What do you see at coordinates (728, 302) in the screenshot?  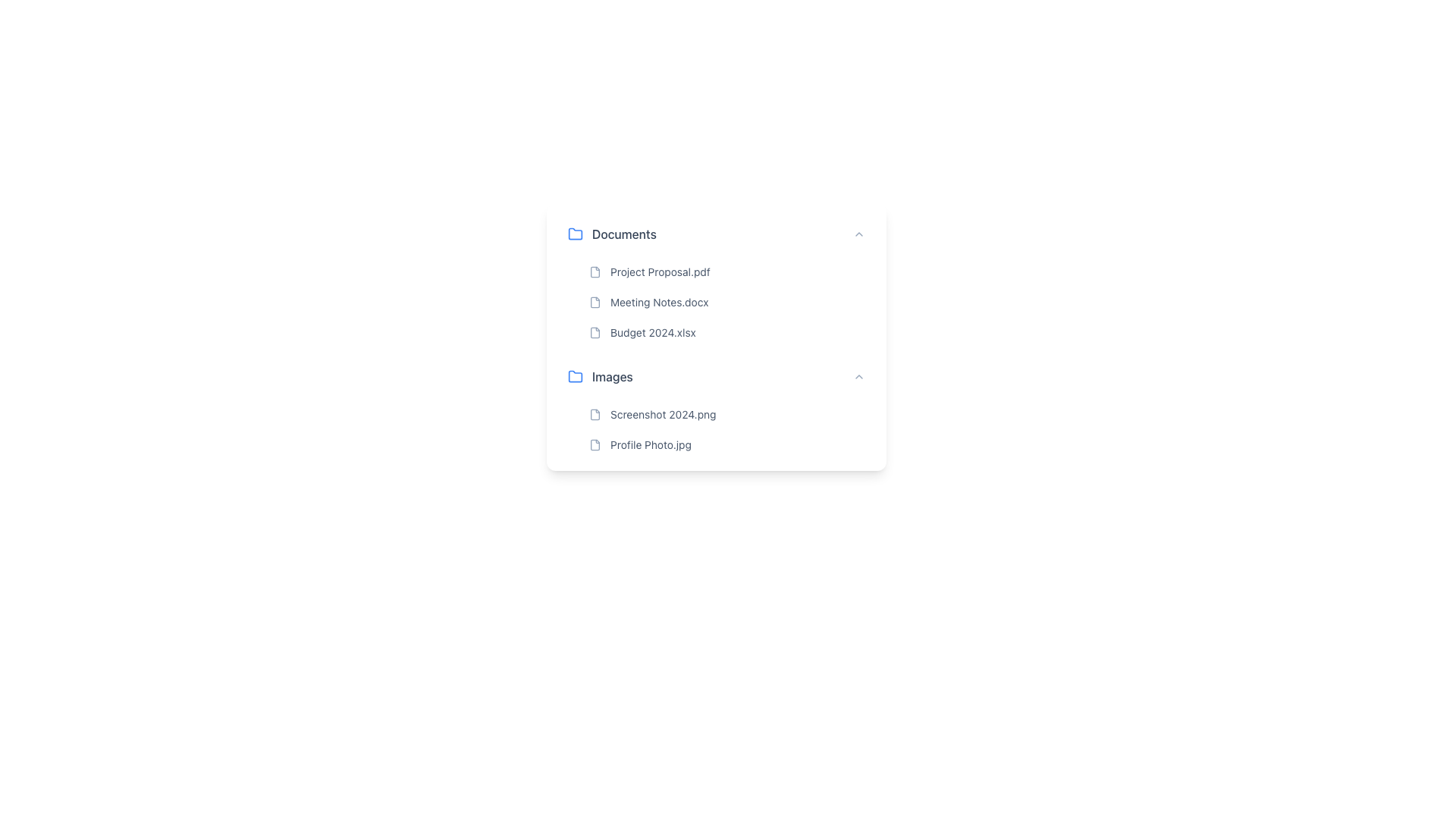 I see `the second selectable list item labeled 'Meeting Notes.docx'` at bounding box center [728, 302].